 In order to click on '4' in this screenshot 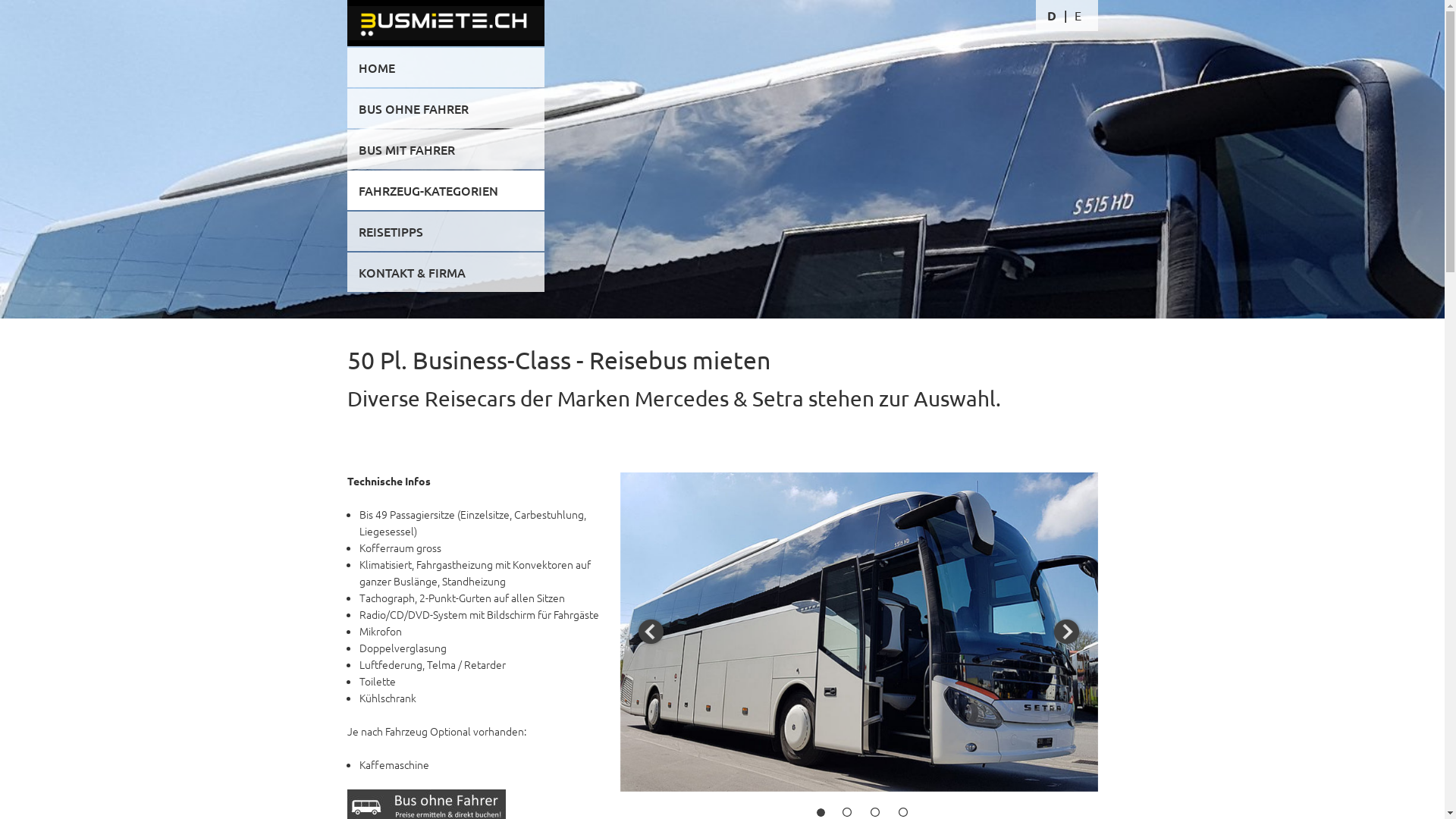, I will do `click(903, 811)`.